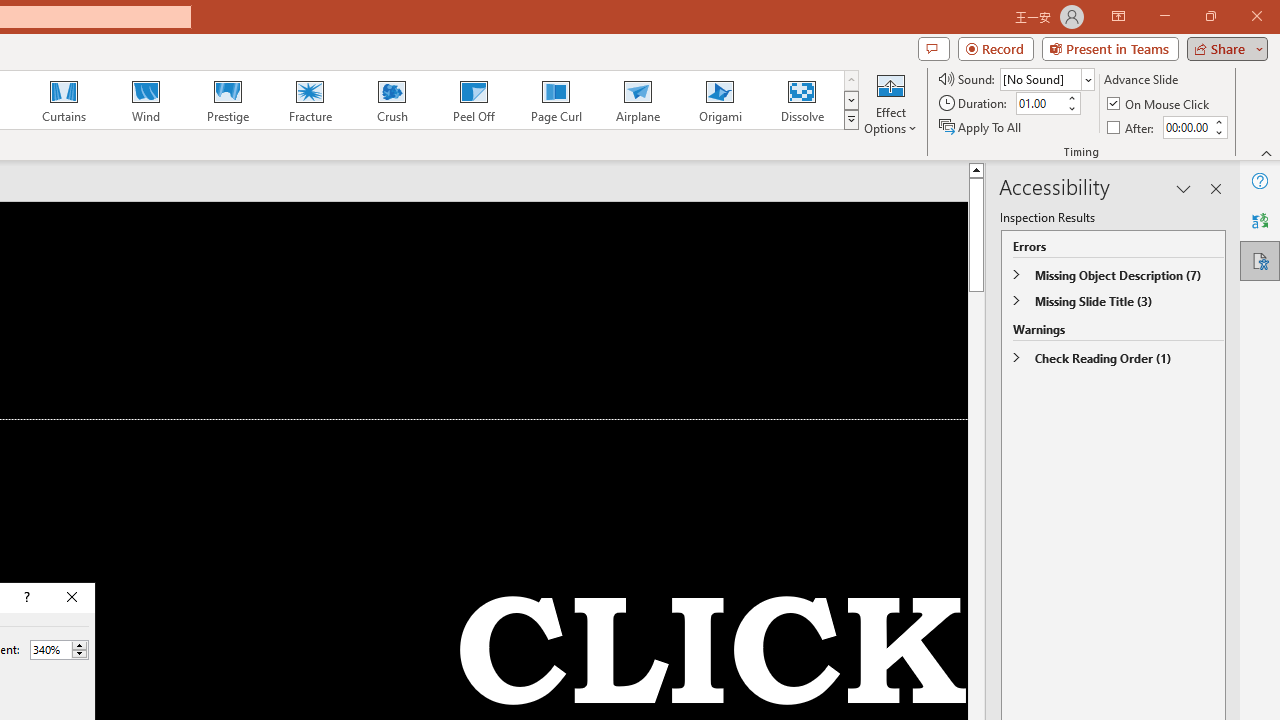 Image resolution: width=1280 pixels, height=720 pixels. What do you see at coordinates (636, 100) in the screenshot?
I see `'Airplane'` at bounding box center [636, 100].